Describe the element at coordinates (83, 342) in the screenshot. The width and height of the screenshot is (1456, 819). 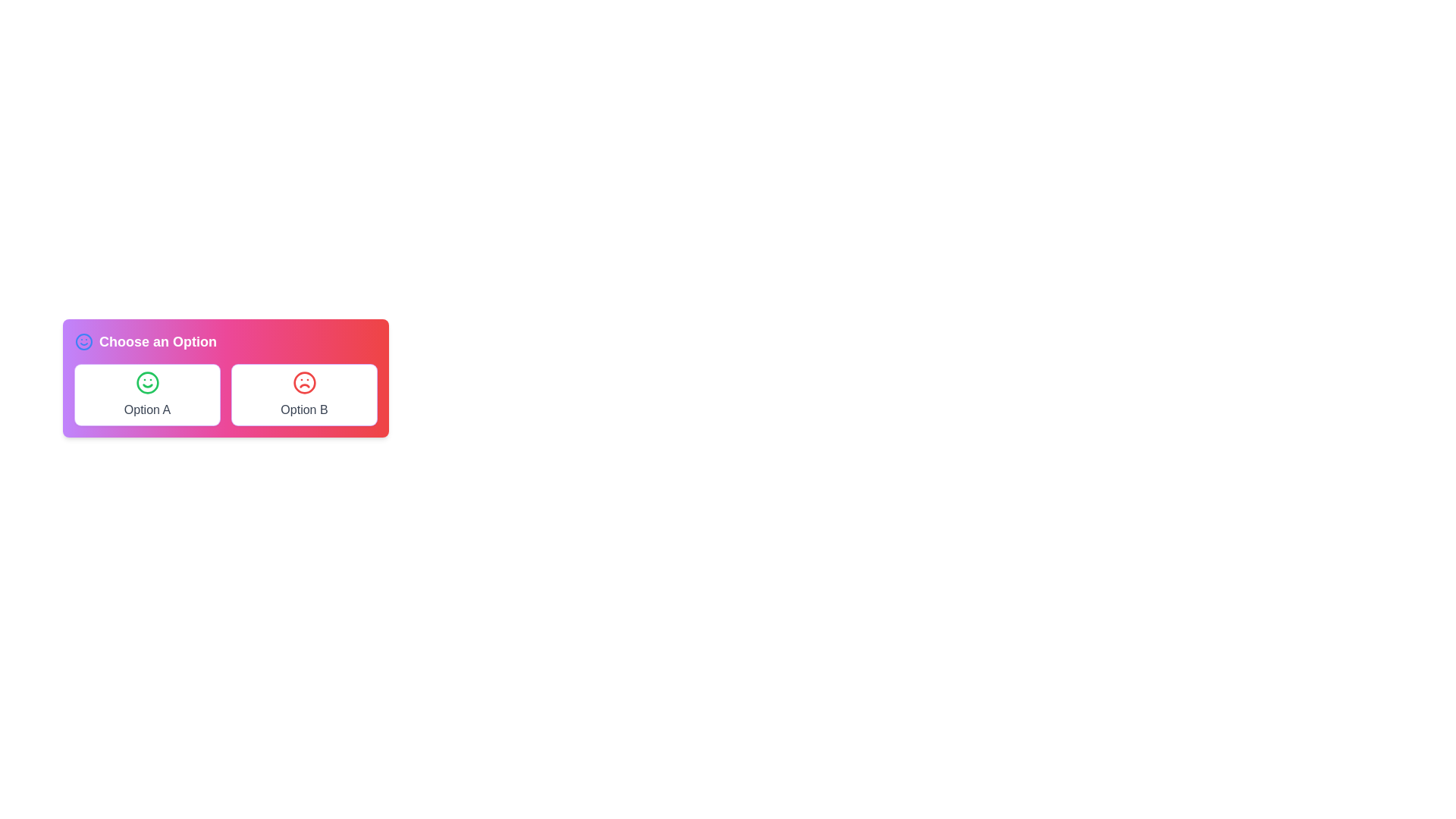
I see `the decorative icon indicating a positive sentiment, located to the left of the 'Choose an Option' section` at that location.